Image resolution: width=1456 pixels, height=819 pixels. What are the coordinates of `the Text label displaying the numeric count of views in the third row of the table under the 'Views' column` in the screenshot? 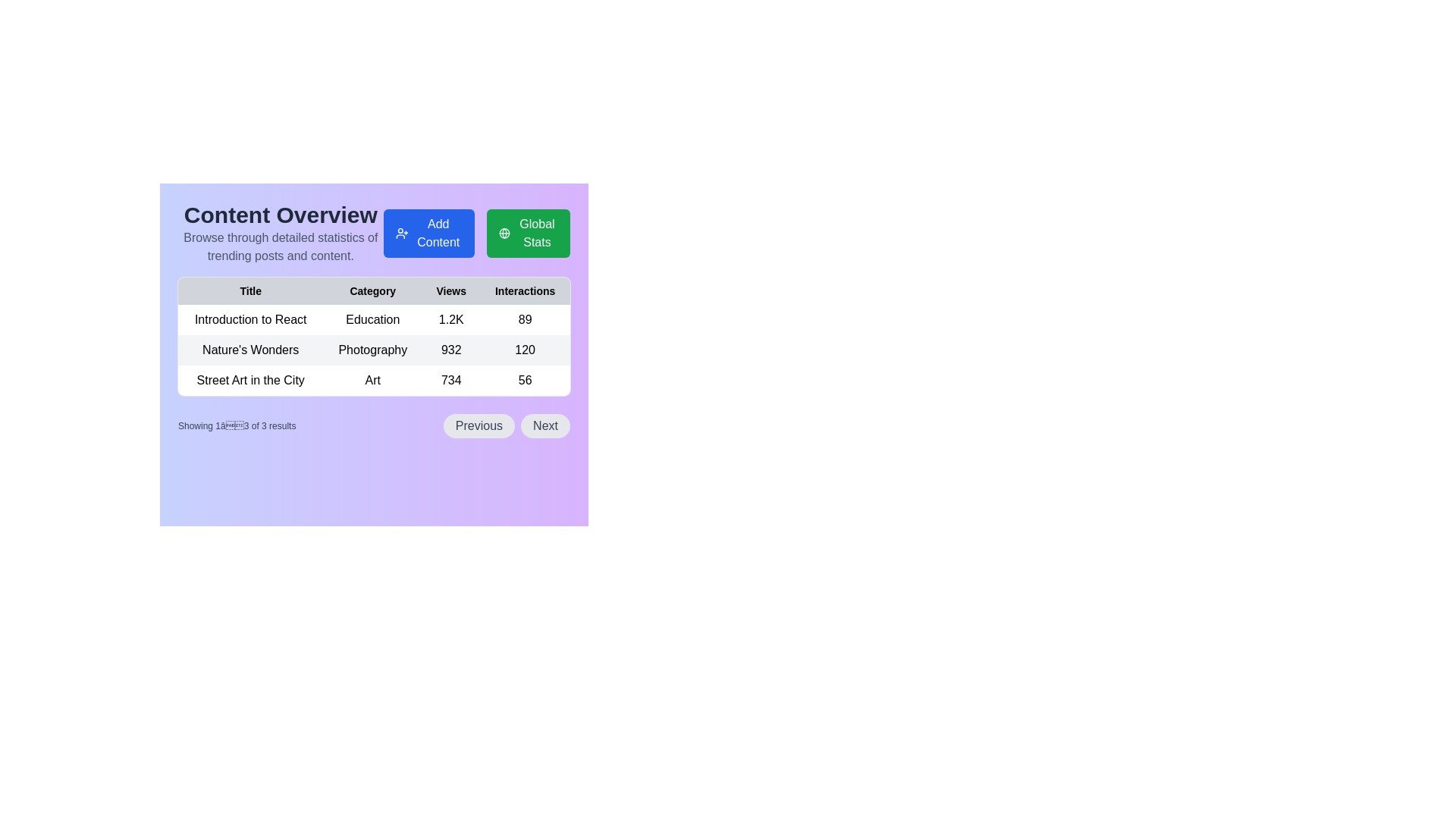 It's located at (450, 379).